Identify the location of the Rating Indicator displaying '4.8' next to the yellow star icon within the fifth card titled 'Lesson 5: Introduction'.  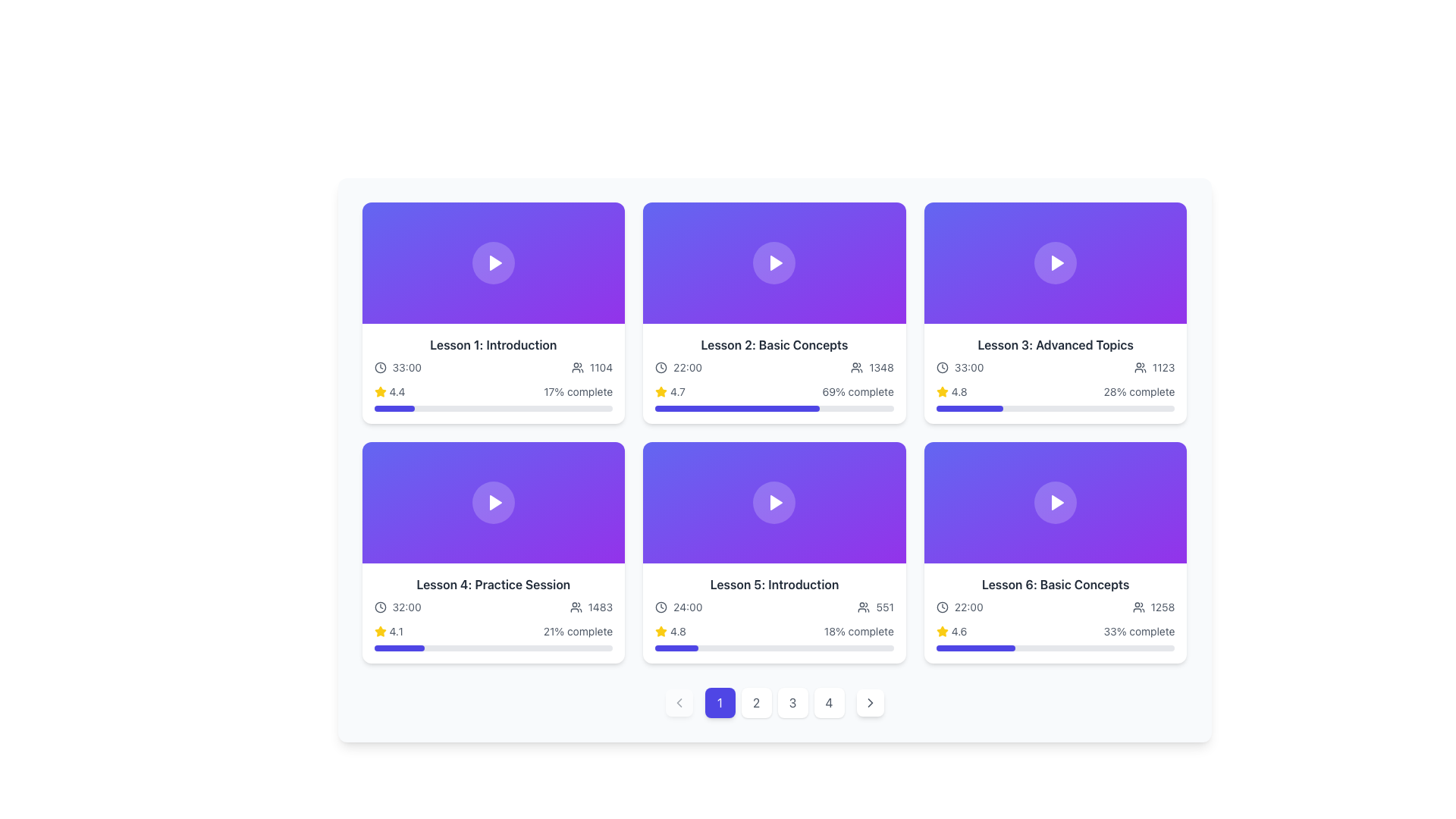
(670, 632).